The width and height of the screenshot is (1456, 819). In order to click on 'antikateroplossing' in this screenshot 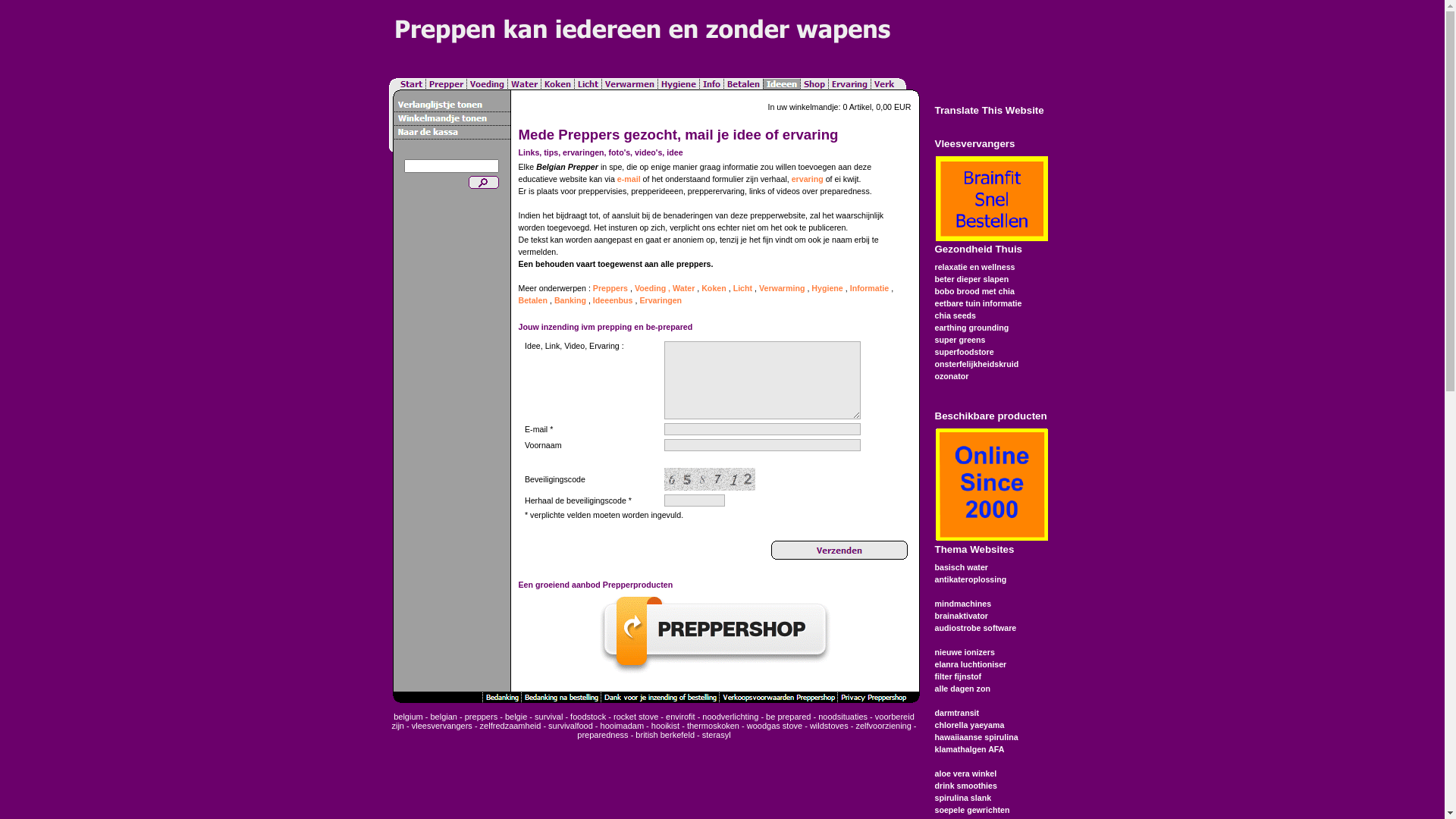, I will do `click(934, 579)`.